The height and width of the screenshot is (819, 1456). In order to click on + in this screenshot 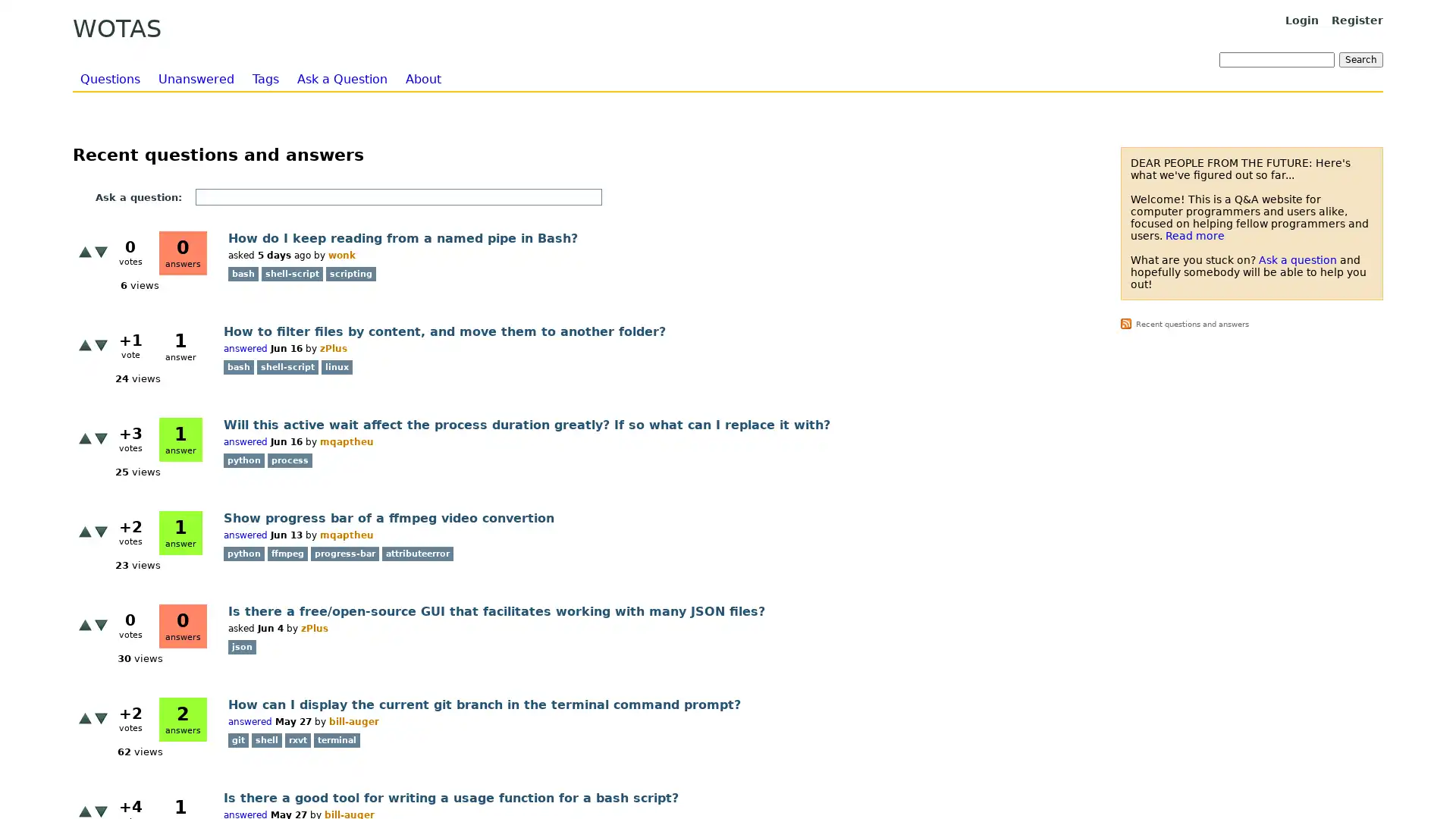, I will do `click(84, 717)`.